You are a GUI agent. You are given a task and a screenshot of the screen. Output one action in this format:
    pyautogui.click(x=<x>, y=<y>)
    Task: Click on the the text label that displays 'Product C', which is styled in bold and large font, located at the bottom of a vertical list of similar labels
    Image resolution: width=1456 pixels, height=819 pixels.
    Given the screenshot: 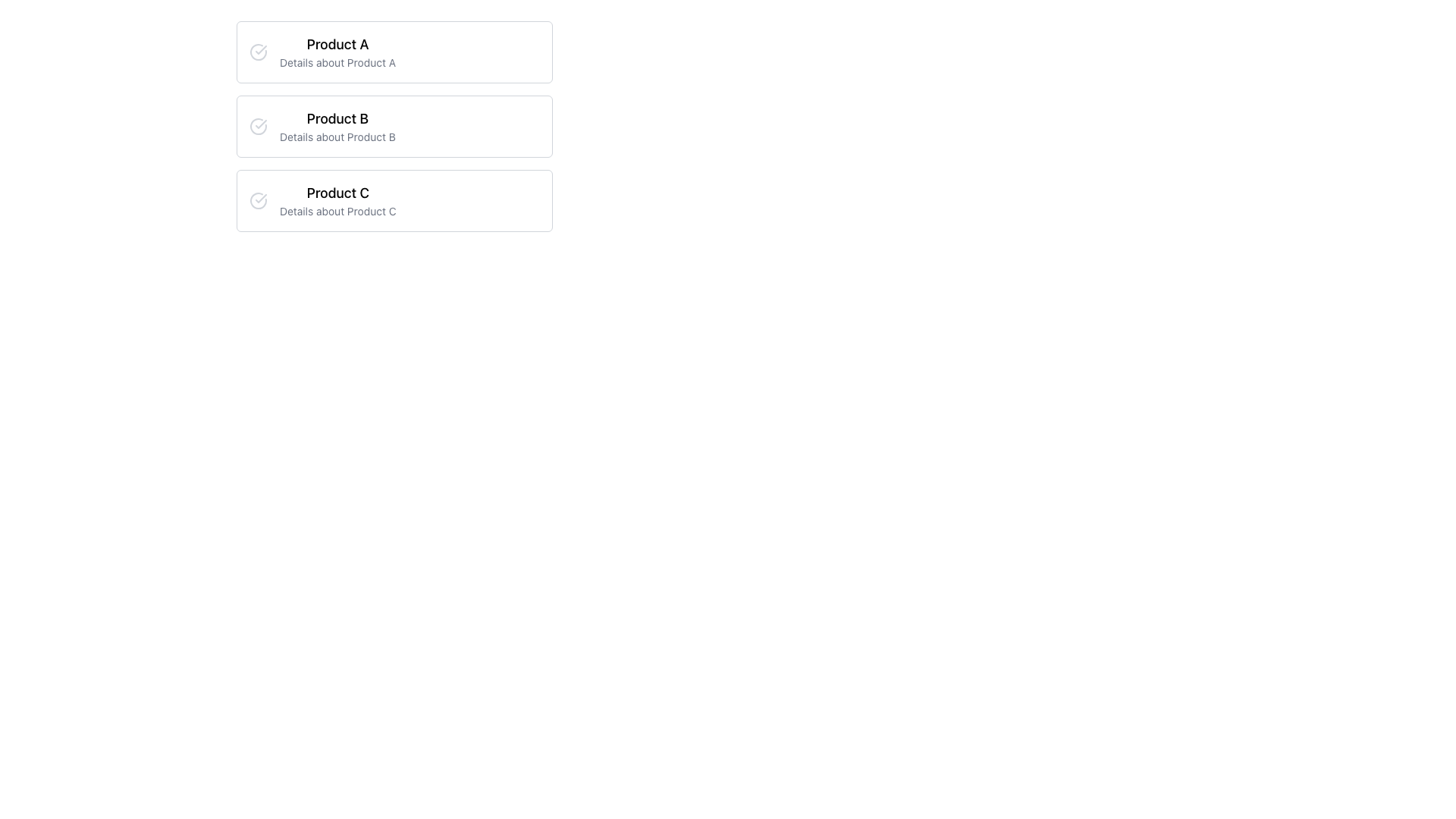 What is the action you would take?
    pyautogui.click(x=337, y=192)
    